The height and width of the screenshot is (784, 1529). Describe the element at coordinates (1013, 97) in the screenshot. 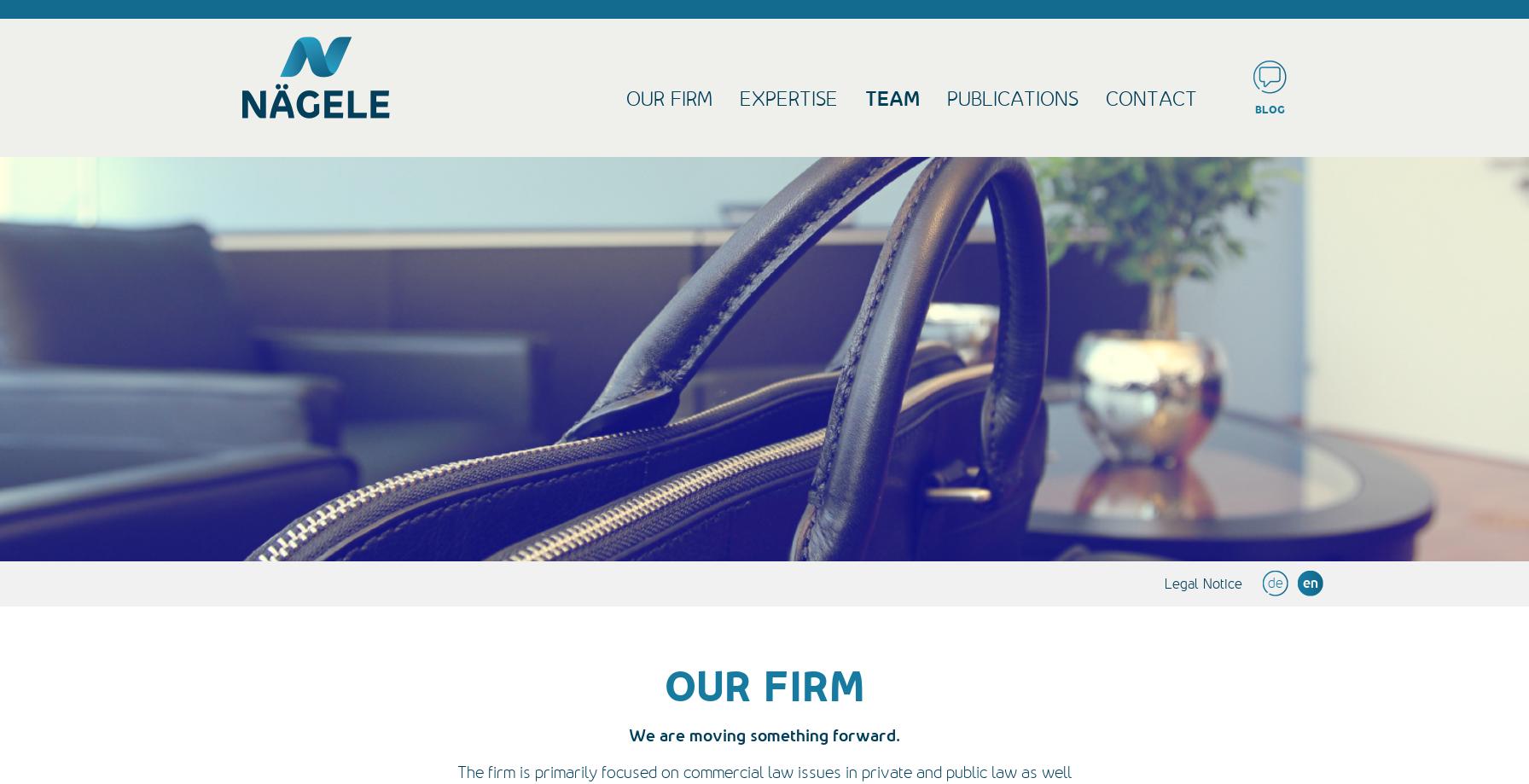

I see `'Publications'` at that location.